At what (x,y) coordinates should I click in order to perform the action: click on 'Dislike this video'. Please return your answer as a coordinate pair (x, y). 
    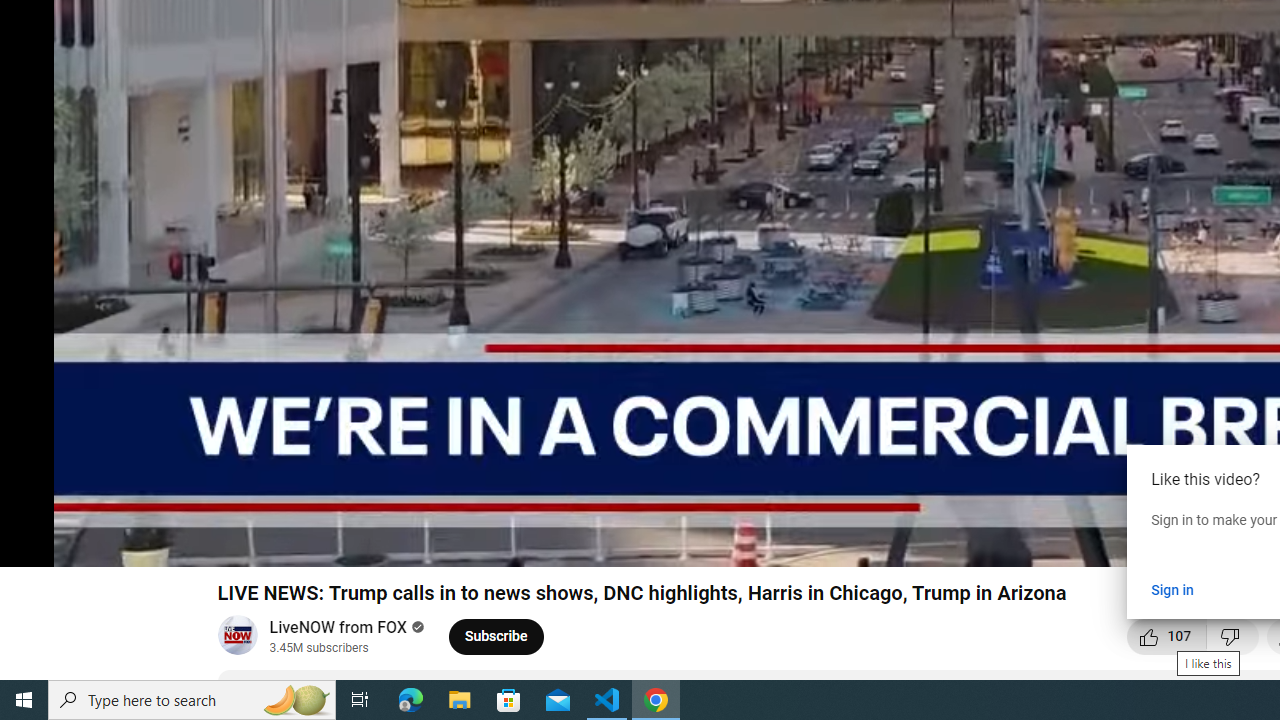
    Looking at the image, I should click on (1232, 636).